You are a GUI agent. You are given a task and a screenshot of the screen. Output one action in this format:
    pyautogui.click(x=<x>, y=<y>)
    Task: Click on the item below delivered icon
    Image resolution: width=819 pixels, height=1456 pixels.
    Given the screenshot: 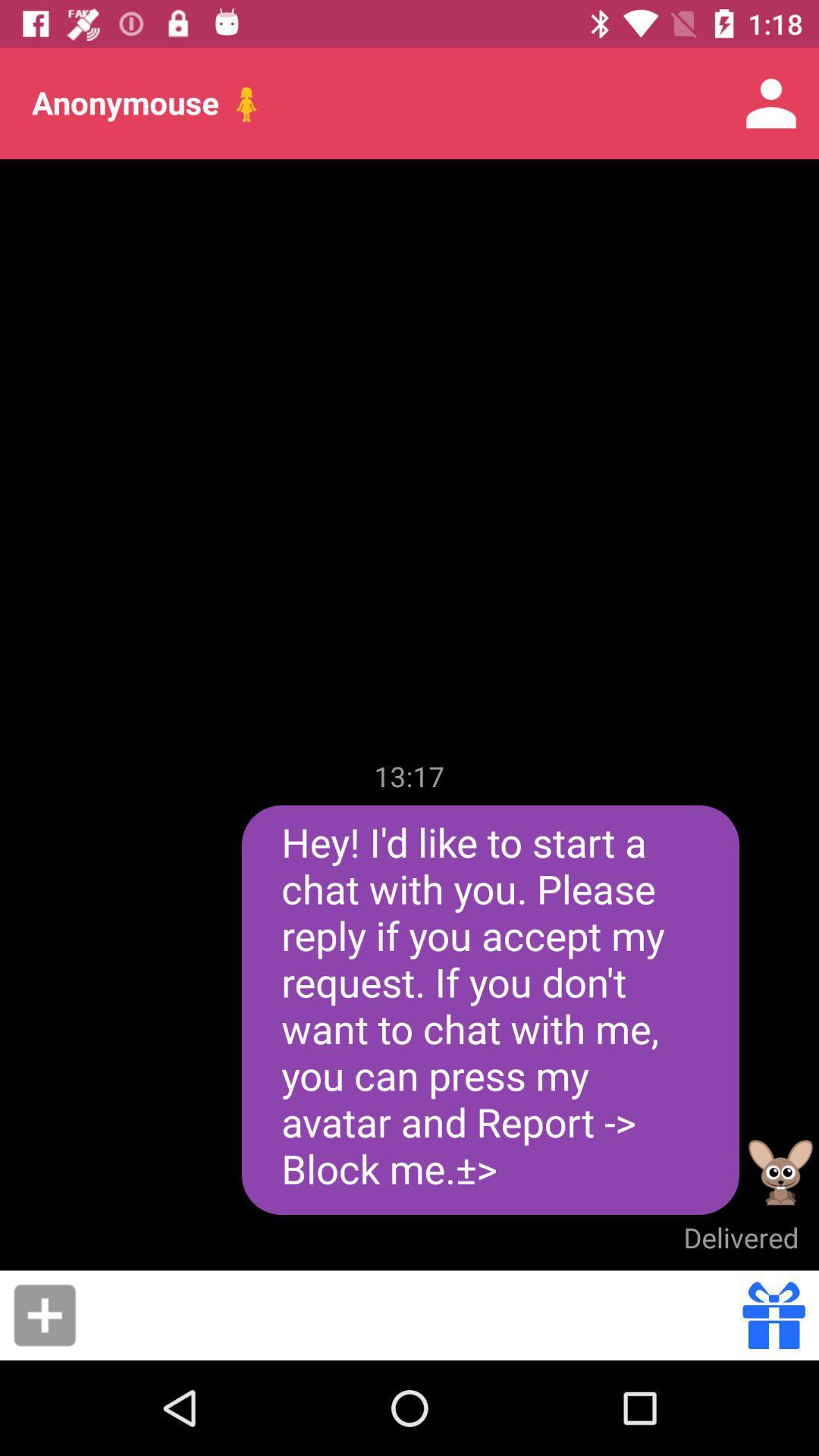 What is the action you would take?
    pyautogui.click(x=773, y=1314)
    